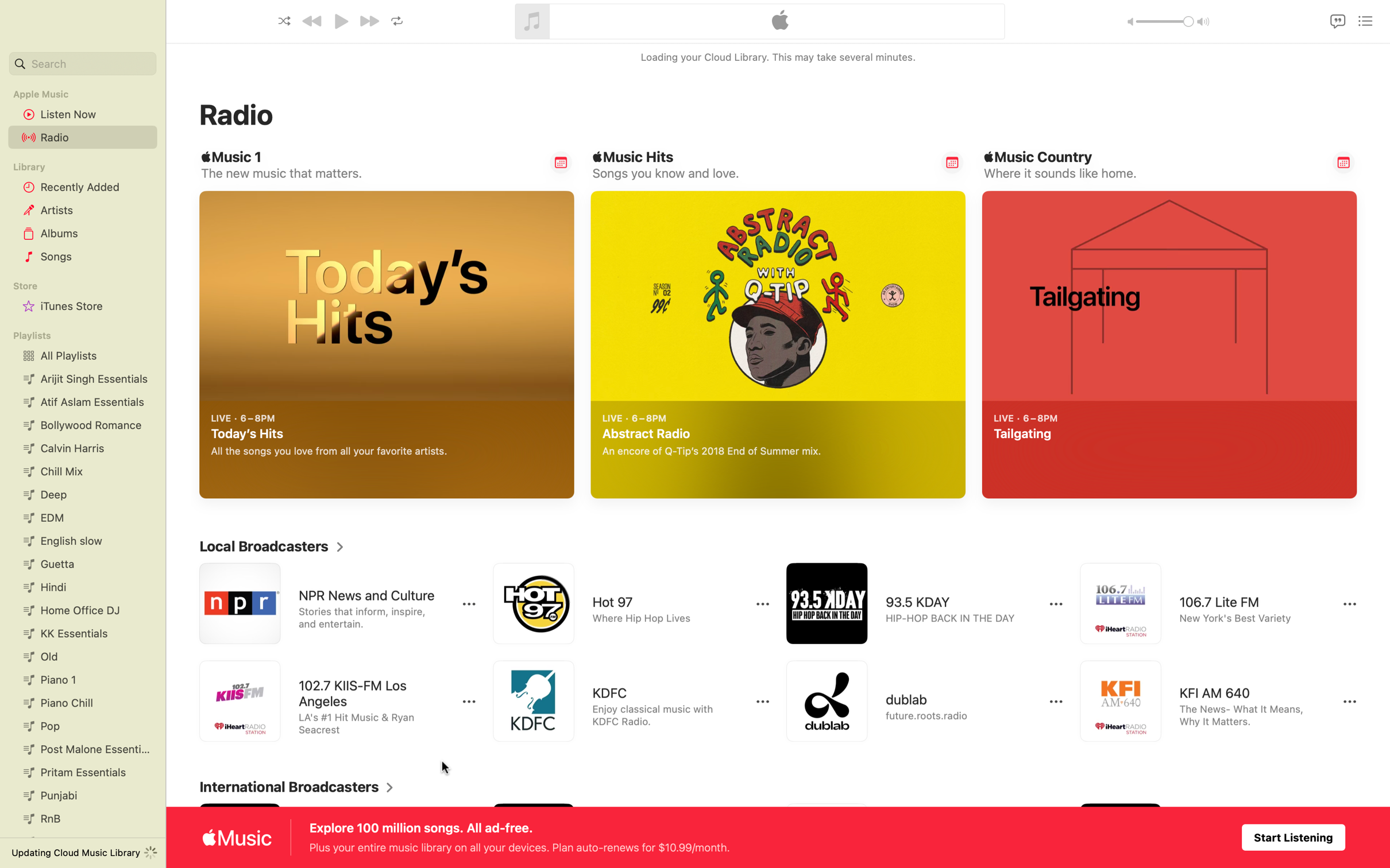  Describe the element at coordinates (1343, 161) in the screenshot. I see `Remind me of Music Country` at that location.